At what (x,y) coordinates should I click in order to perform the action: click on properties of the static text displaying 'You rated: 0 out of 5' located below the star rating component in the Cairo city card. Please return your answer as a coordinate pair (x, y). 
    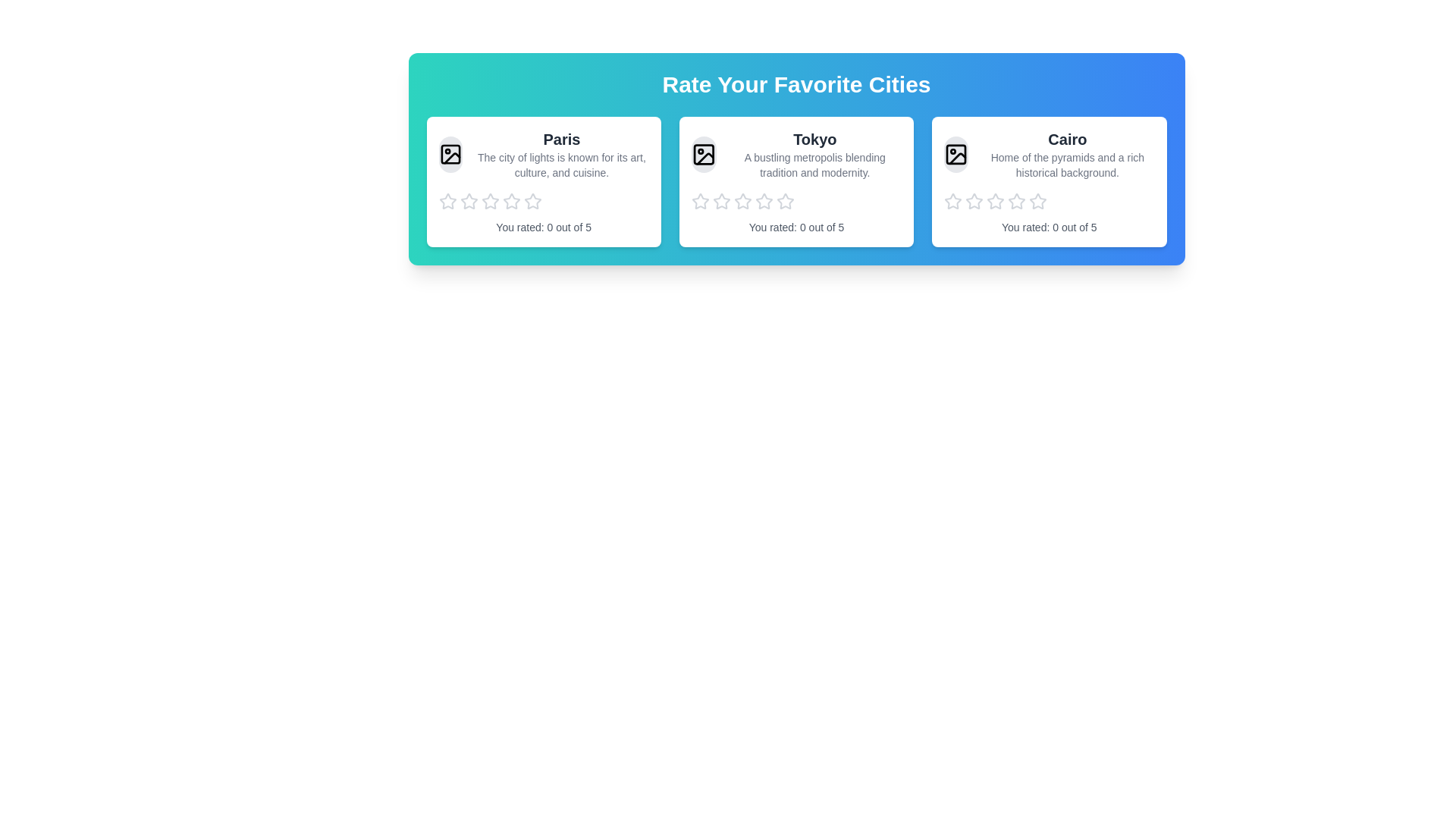
    Looking at the image, I should click on (1048, 227).